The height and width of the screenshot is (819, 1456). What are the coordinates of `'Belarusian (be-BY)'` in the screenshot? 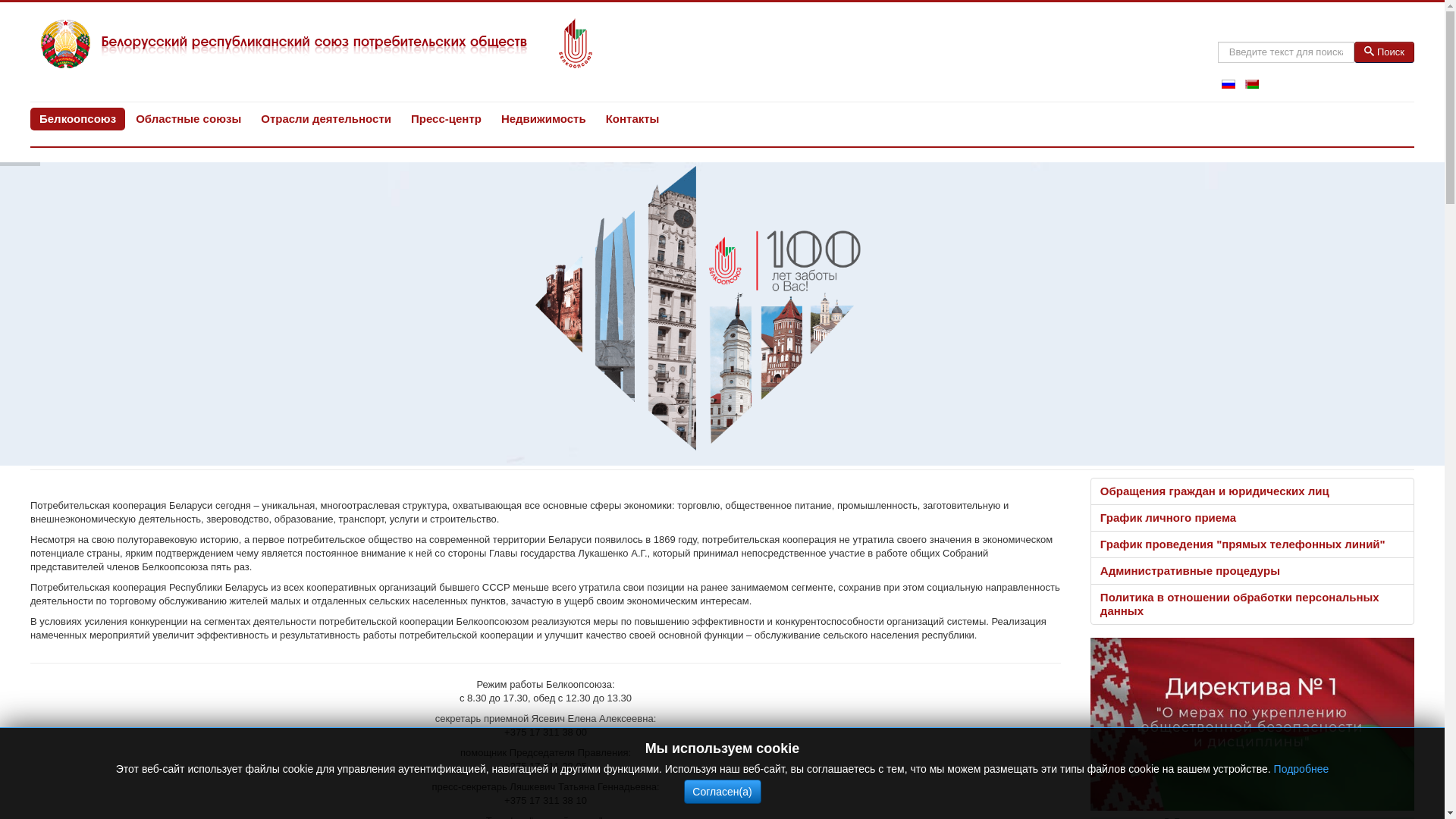 It's located at (1252, 84).